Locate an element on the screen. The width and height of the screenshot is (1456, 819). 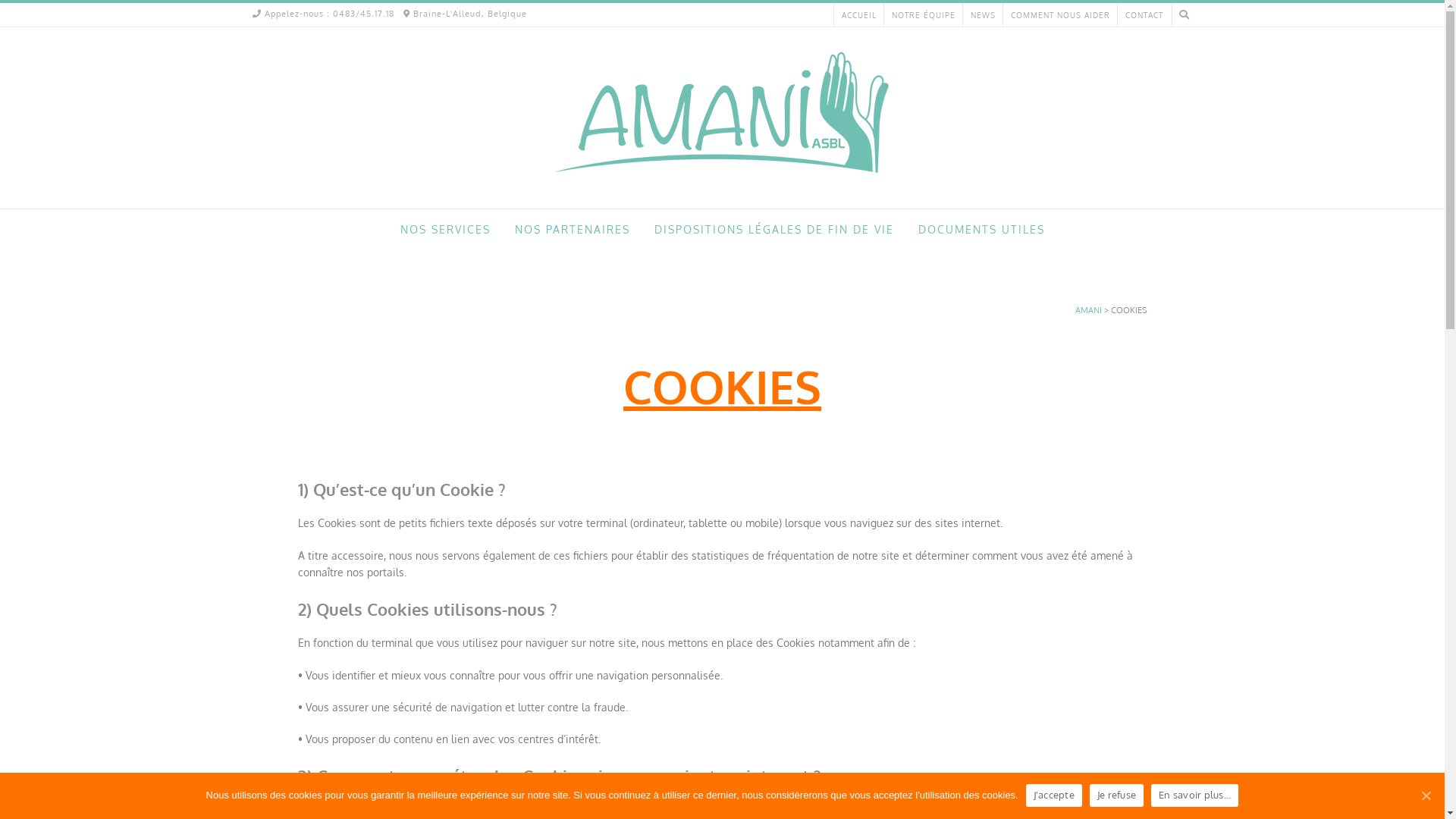
'NOS PARTENAIRES' is located at coordinates (570, 231).